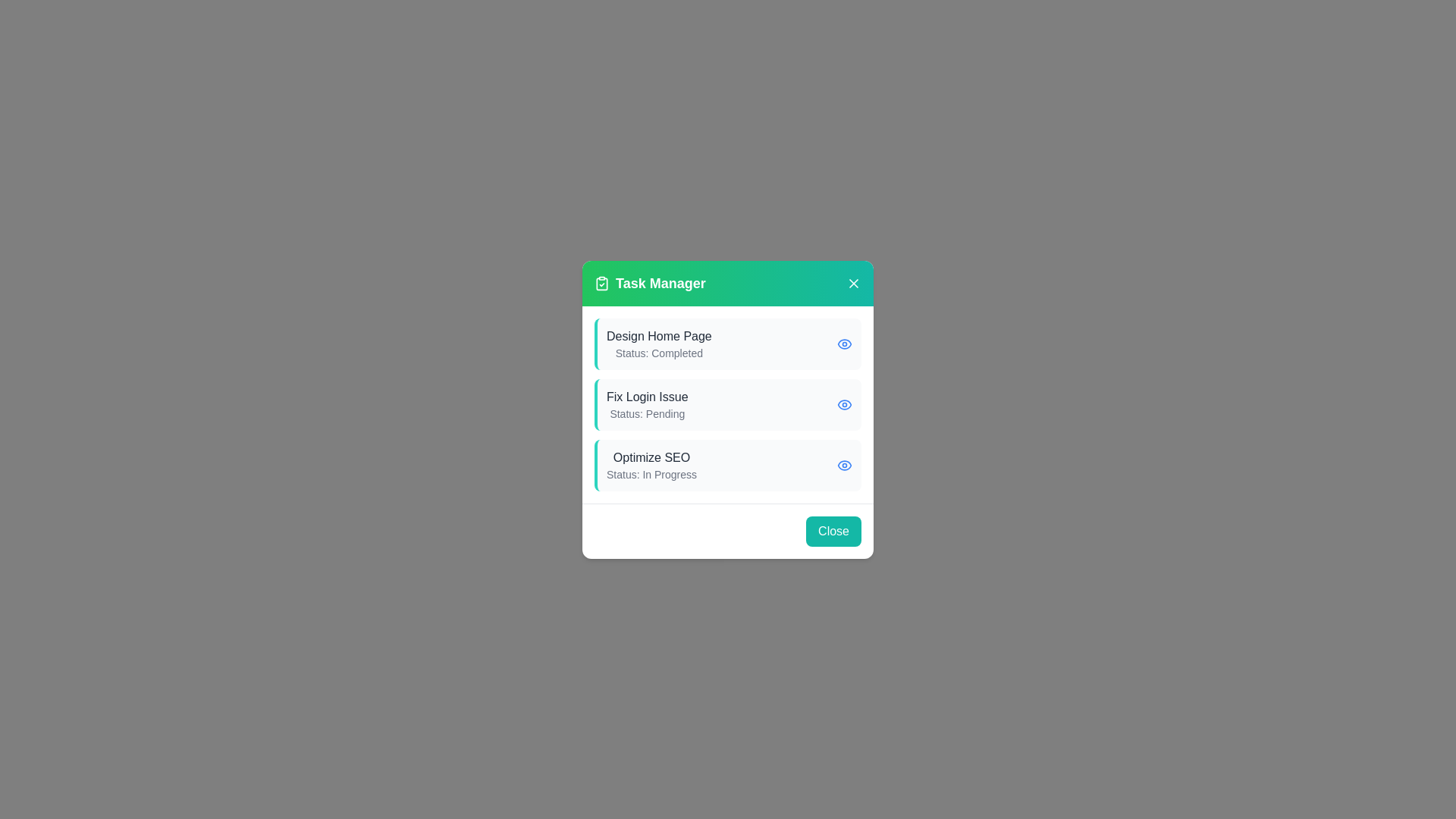 Image resolution: width=1456 pixels, height=819 pixels. What do you see at coordinates (728, 403) in the screenshot?
I see `the second task item in the vertical list, which displays task details and progress status, located directly below 'Design Home Page' and above 'Optimize SEO'` at bounding box center [728, 403].